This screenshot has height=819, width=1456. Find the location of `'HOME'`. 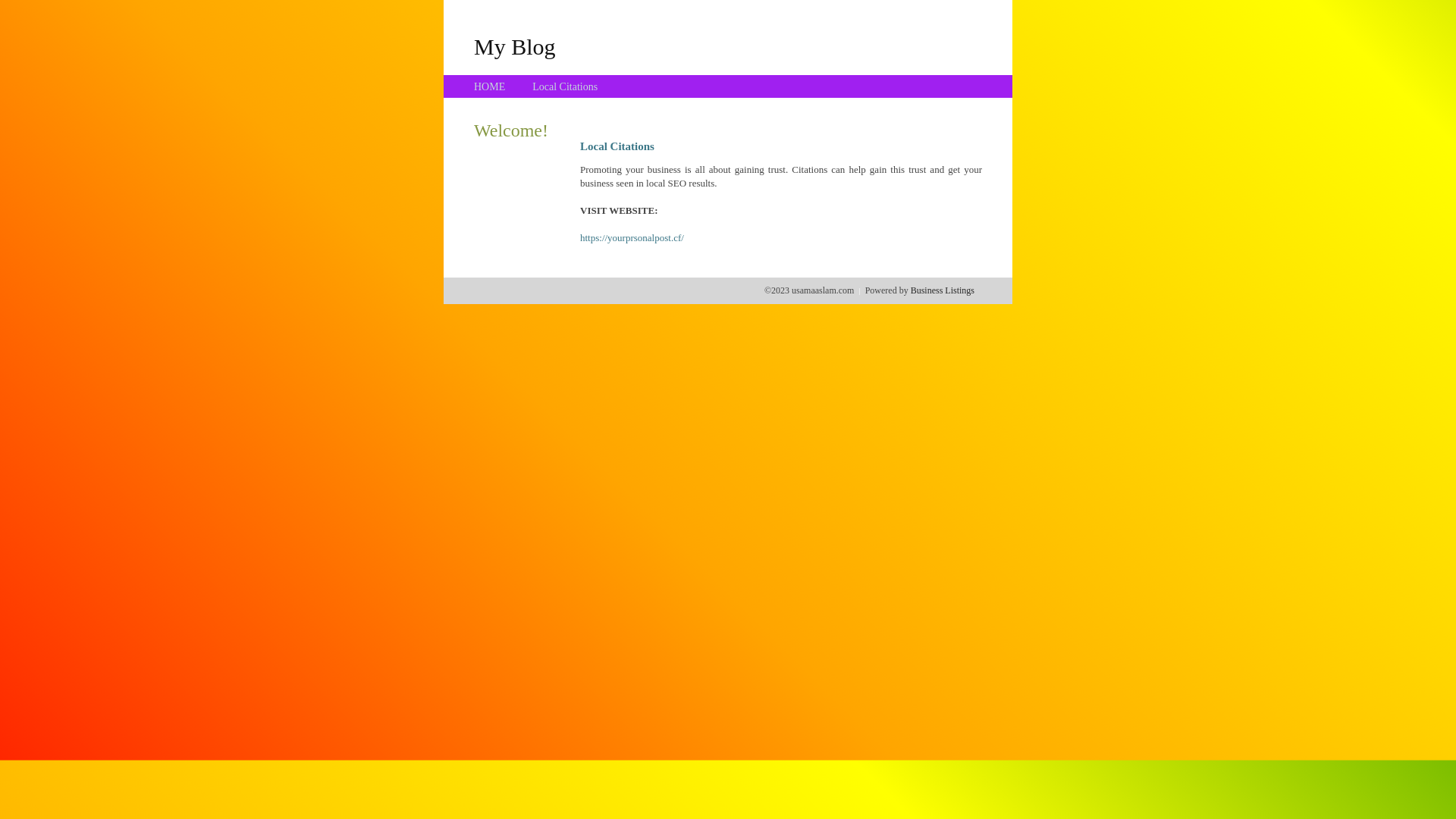

'HOME' is located at coordinates (489, 86).